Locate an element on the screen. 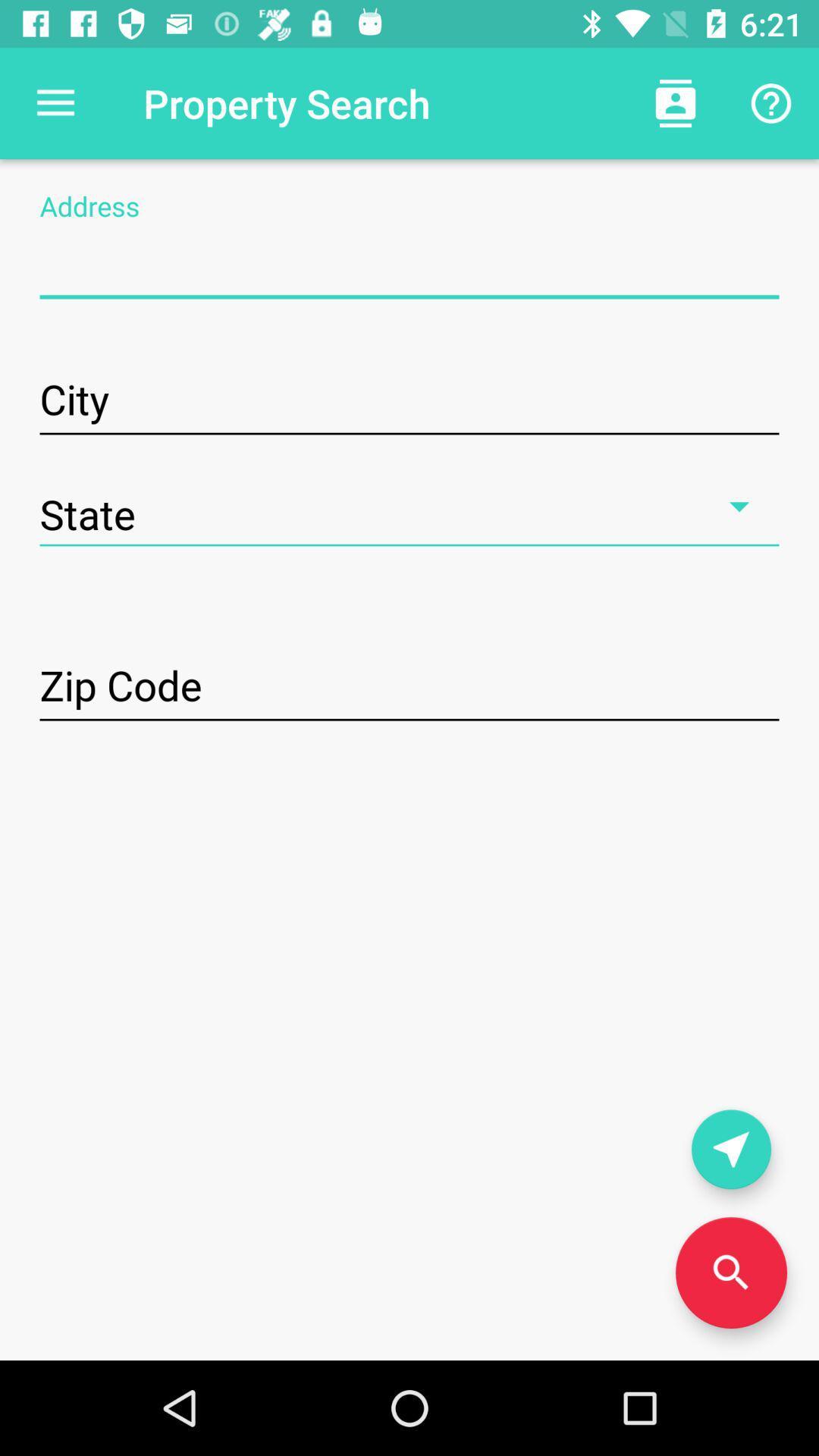 This screenshot has width=819, height=1456. the icon at the top left corner is located at coordinates (55, 102).